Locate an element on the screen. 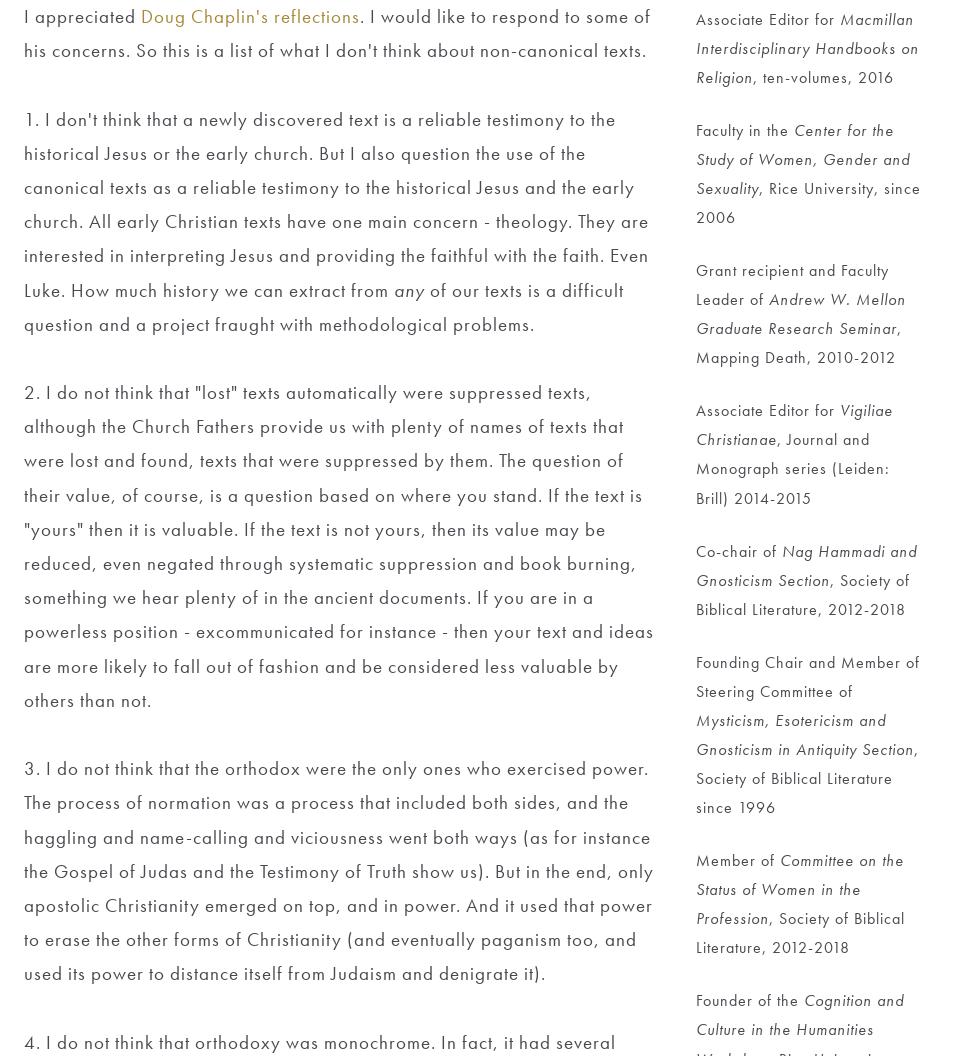 The height and width of the screenshot is (1056, 956). 'Founding Chair and Member of Steering Committee of' is located at coordinates (809, 676).